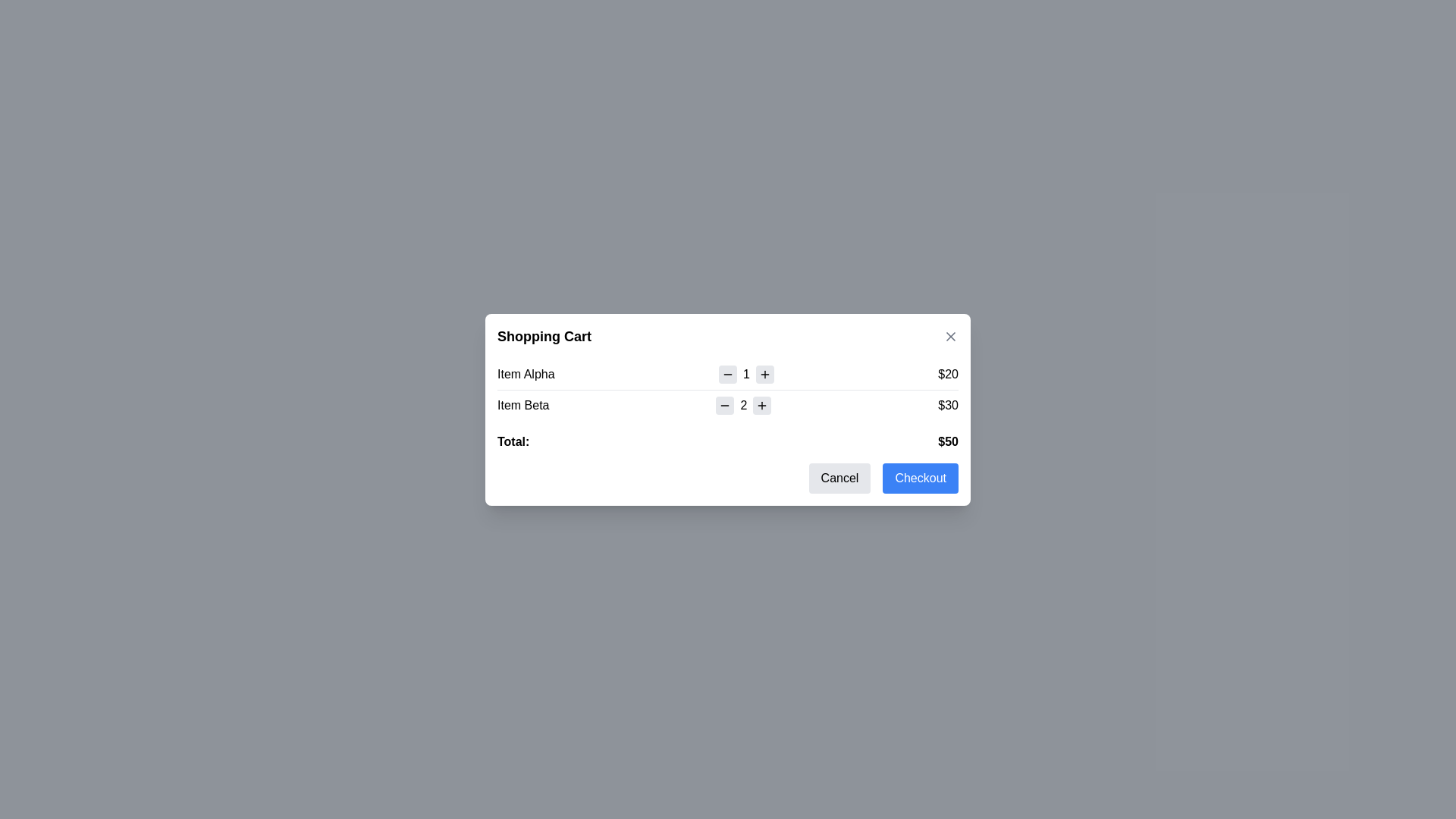 Image resolution: width=1456 pixels, height=819 pixels. I want to click on details of items and the total price in the 'Shopping Cart' modal dialog, which includes item labels, quantity controls, and the total summary, so click(728, 409).